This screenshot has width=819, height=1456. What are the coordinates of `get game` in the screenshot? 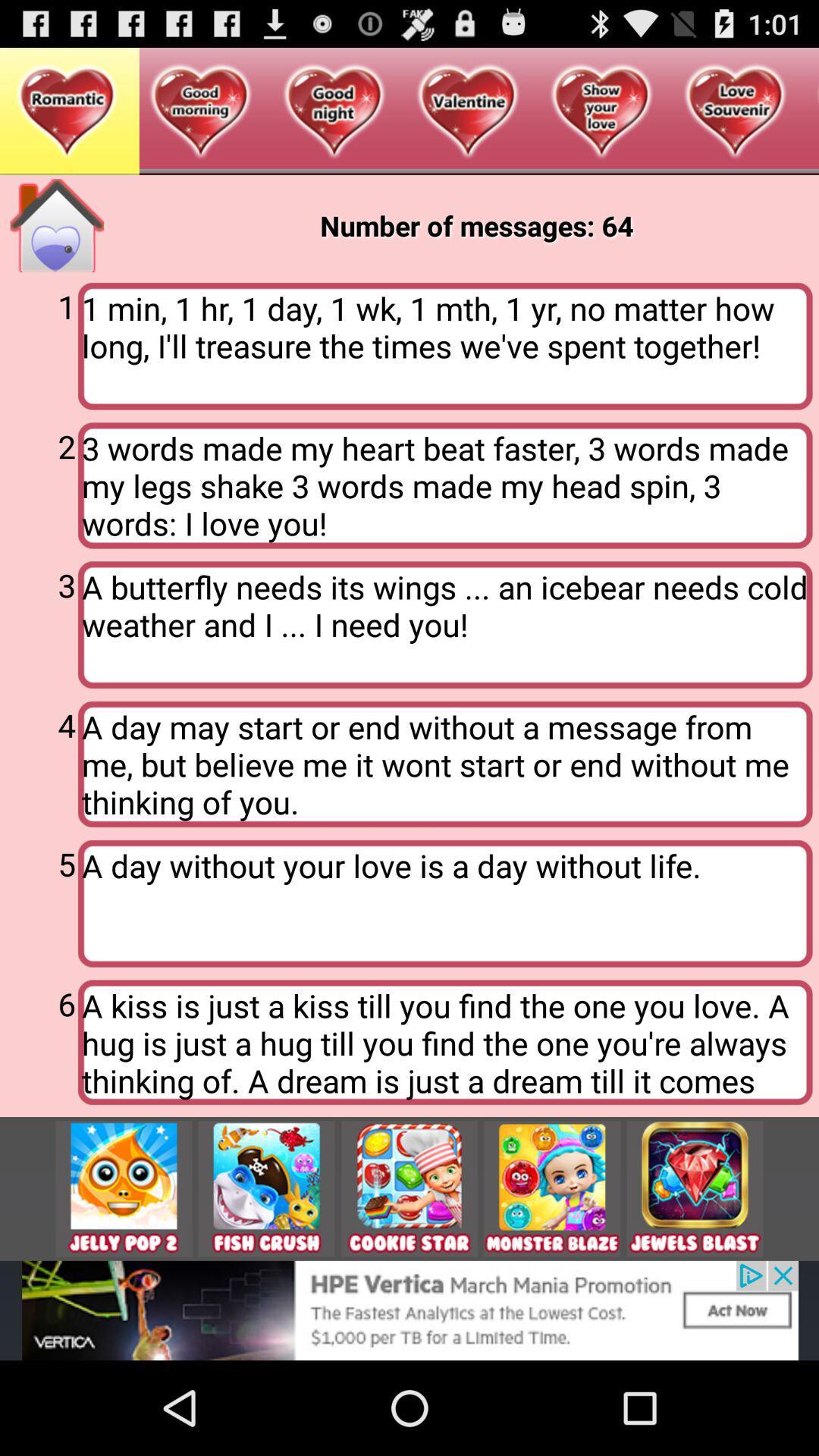 It's located at (409, 1188).